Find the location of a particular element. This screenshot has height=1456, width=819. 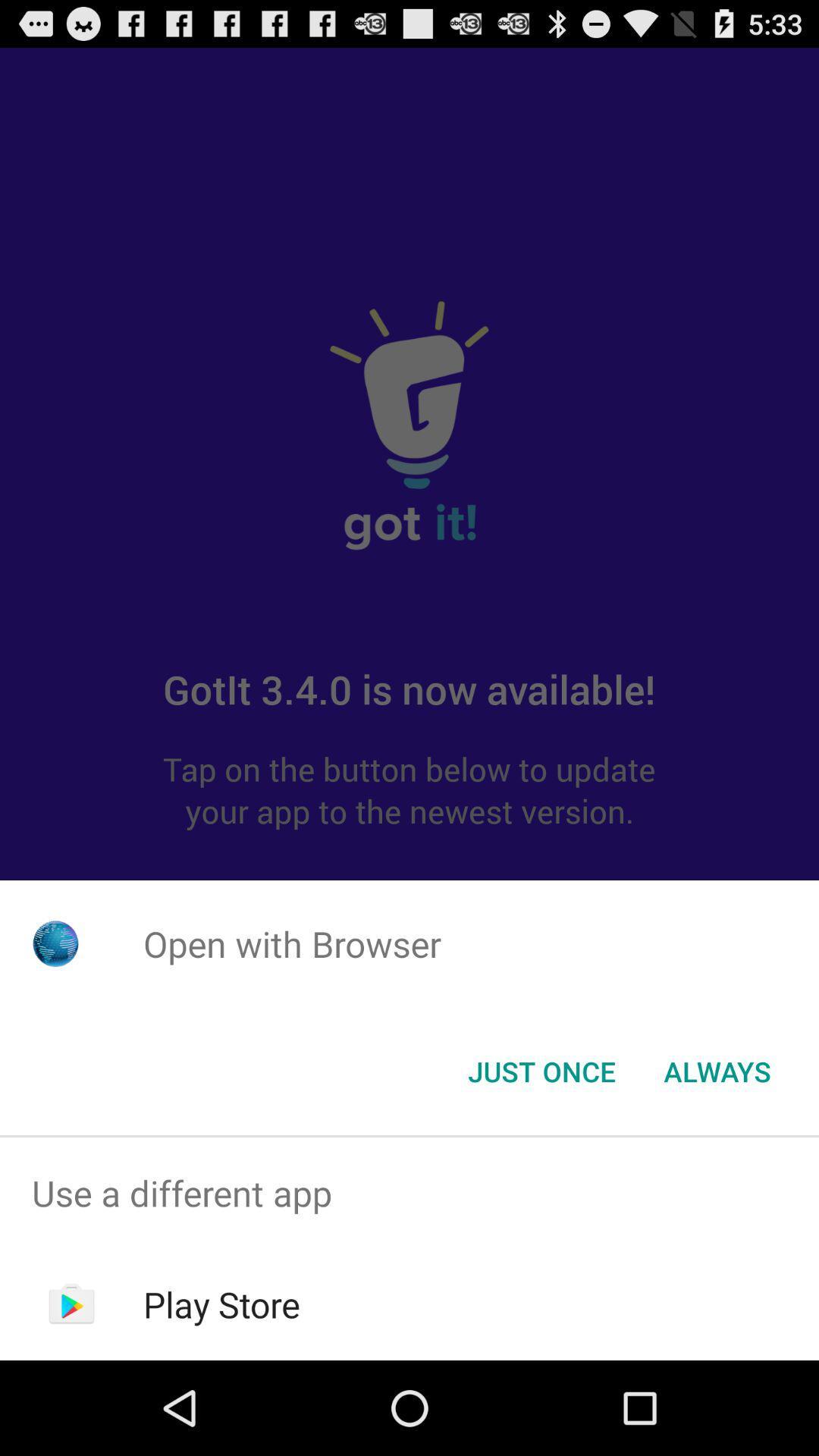

icon next to the always icon is located at coordinates (541, 1070).